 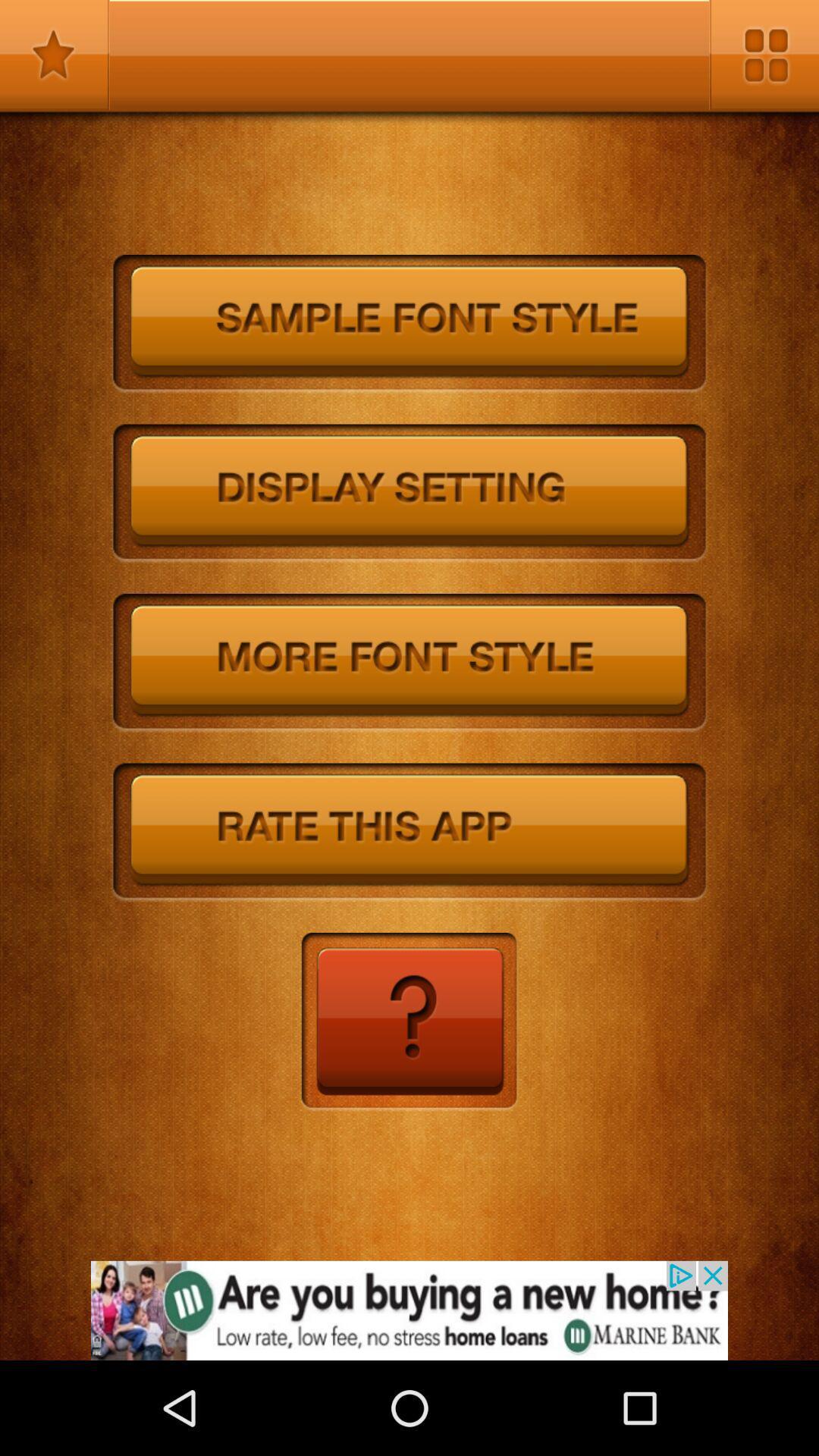 What do you see at coordinates (409, 663) in the screenshot?
I see `more font style` at bounding box center [409, 663].